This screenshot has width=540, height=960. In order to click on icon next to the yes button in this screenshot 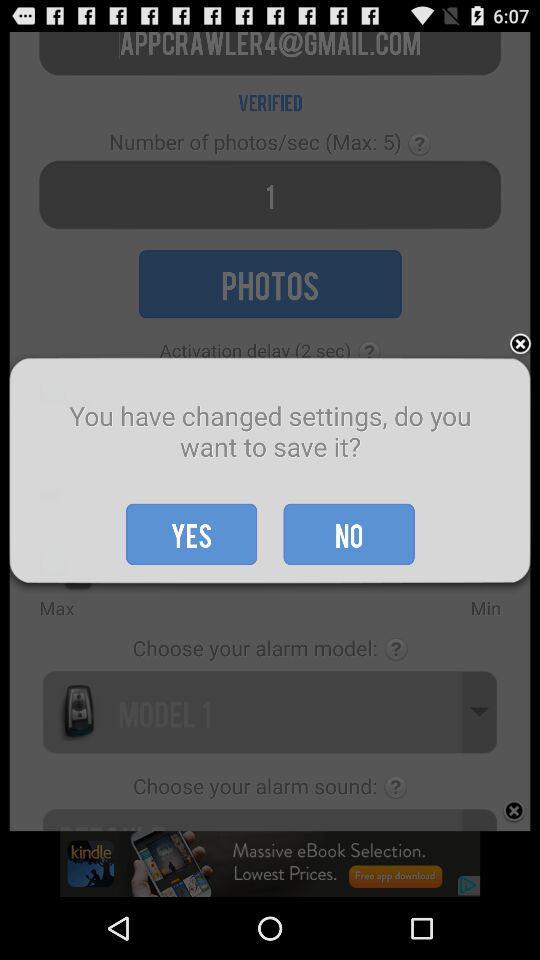, I will do `click(348, 533)`.